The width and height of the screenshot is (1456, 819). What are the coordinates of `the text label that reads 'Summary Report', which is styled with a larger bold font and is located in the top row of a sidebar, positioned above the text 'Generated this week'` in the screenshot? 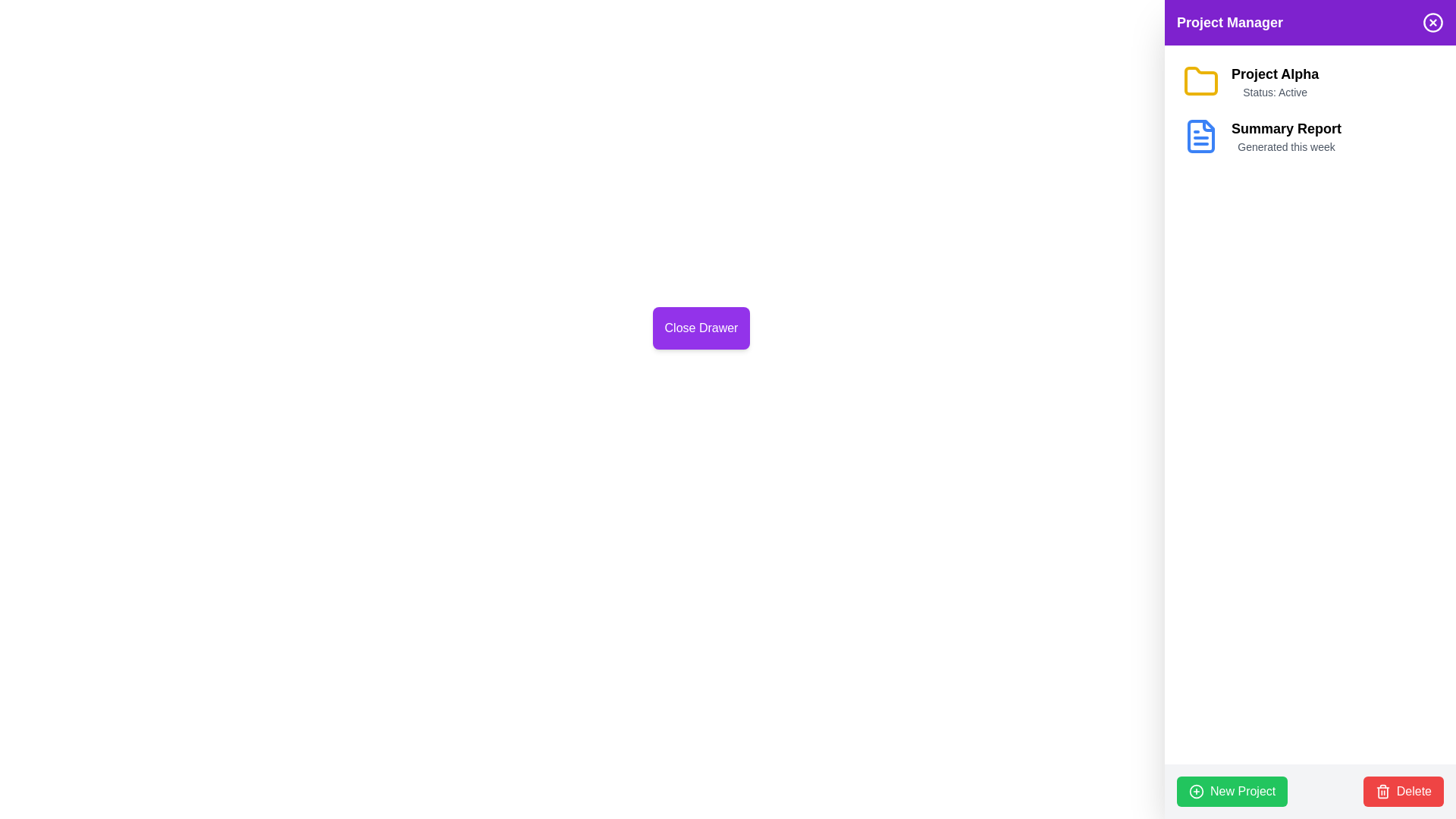 It's located at (1285, 127).